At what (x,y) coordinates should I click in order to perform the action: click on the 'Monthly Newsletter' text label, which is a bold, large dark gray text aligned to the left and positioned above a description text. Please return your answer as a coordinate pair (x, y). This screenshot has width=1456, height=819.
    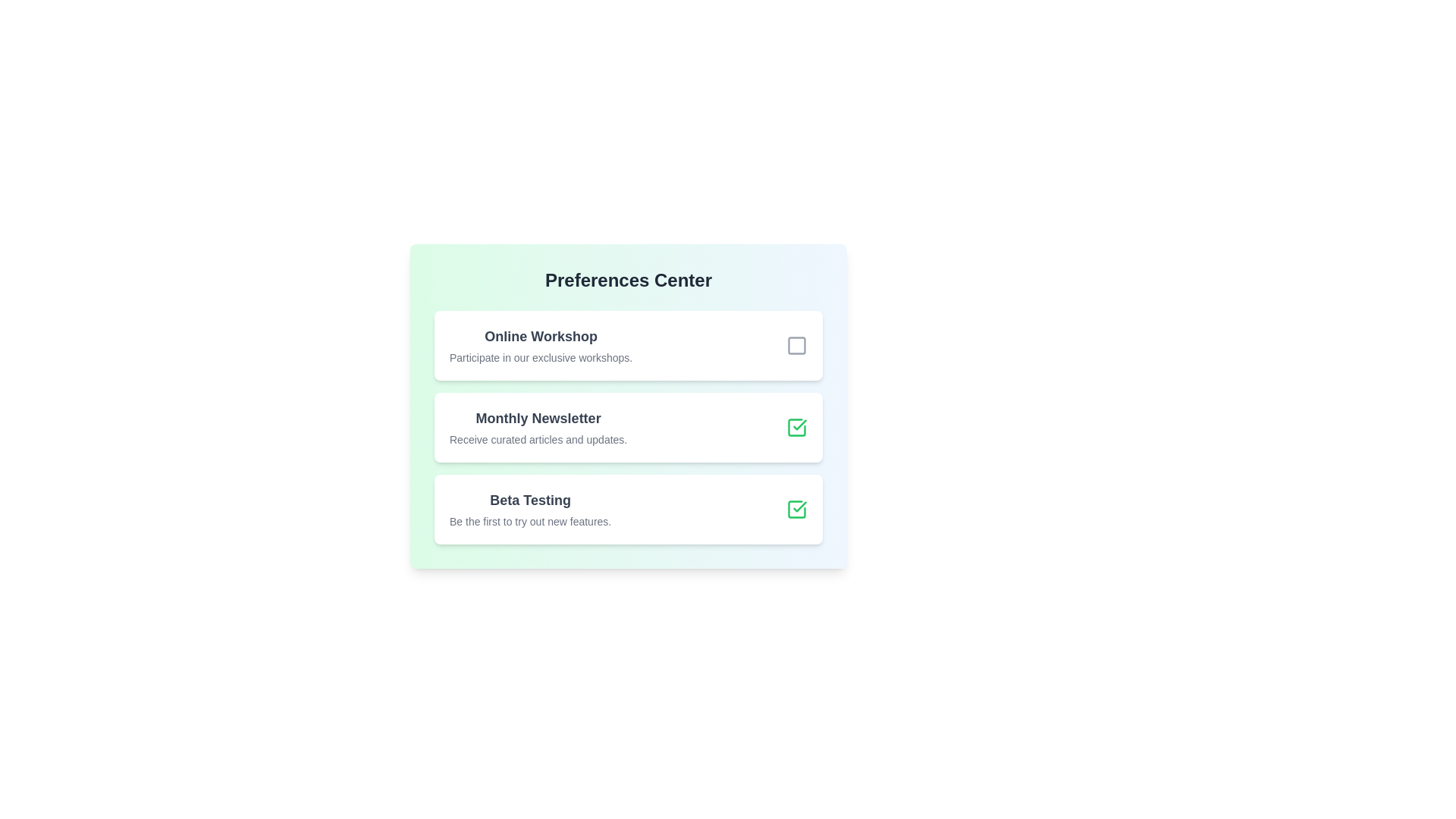
    Looking at the image, I should click on (538, 418).